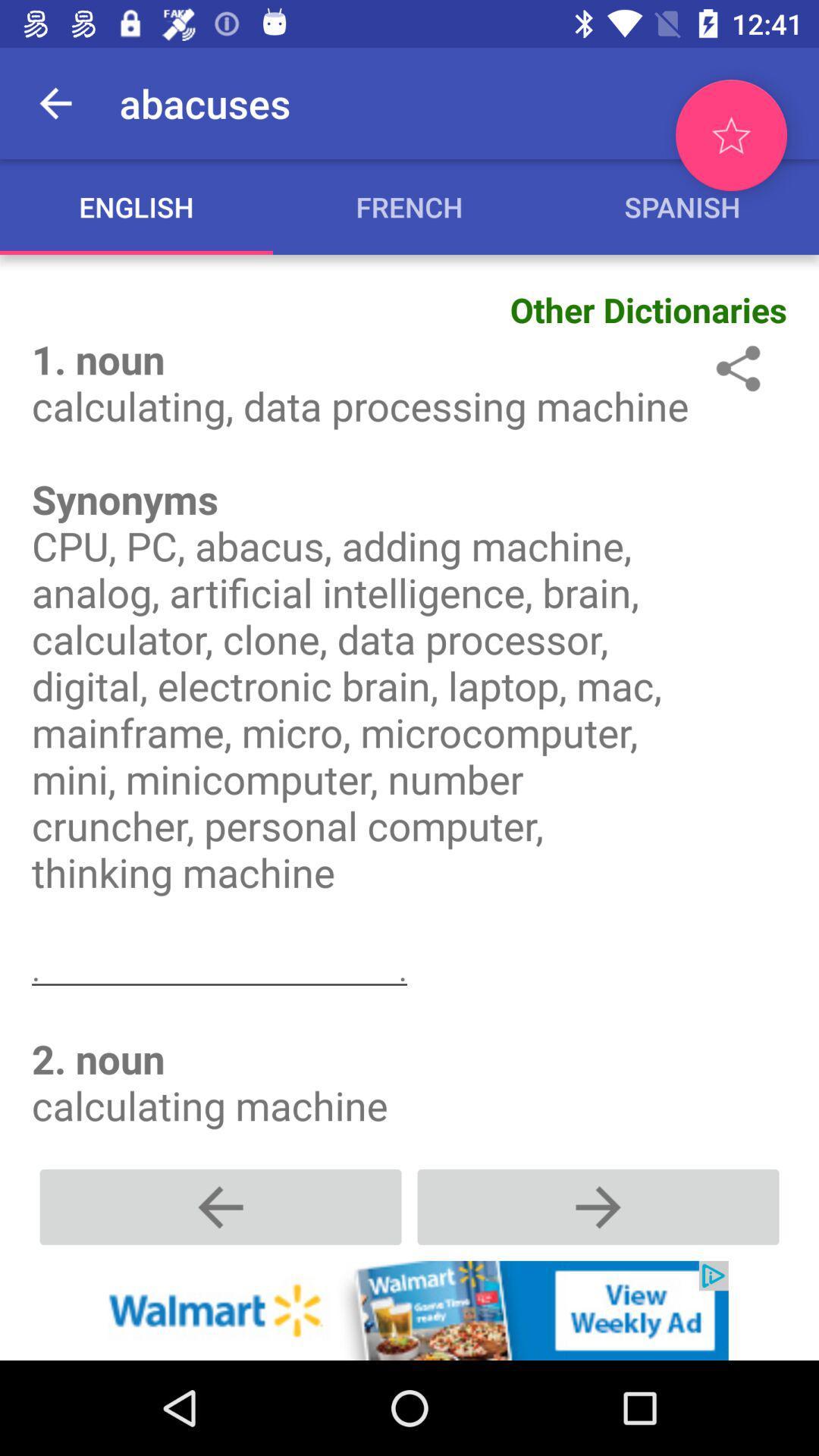 The width and height of the screenshot is (819, 1456). I want to click on more about add, so click(409, 1310).